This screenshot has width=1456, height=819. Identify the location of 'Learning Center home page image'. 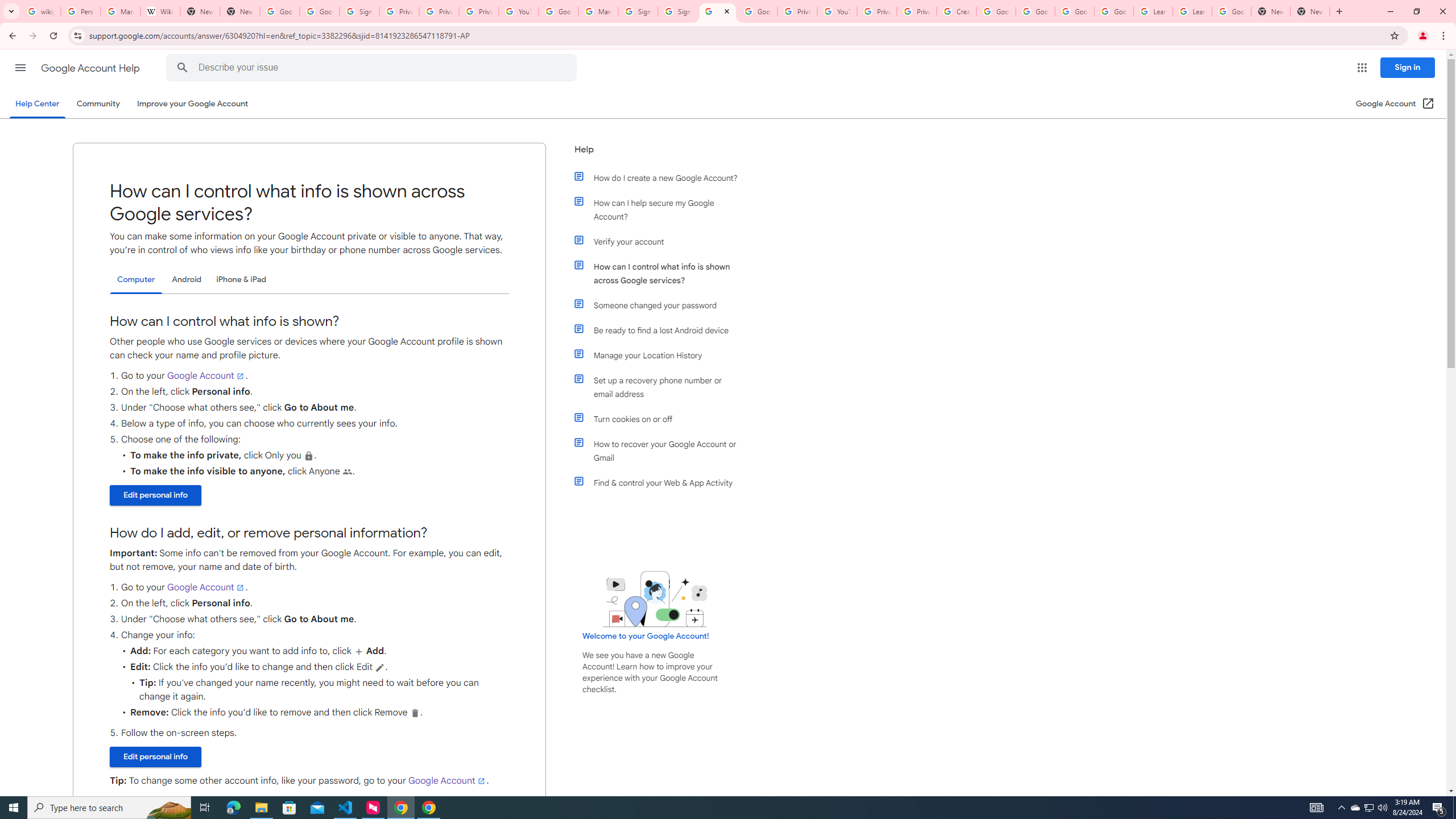
(655, 599).